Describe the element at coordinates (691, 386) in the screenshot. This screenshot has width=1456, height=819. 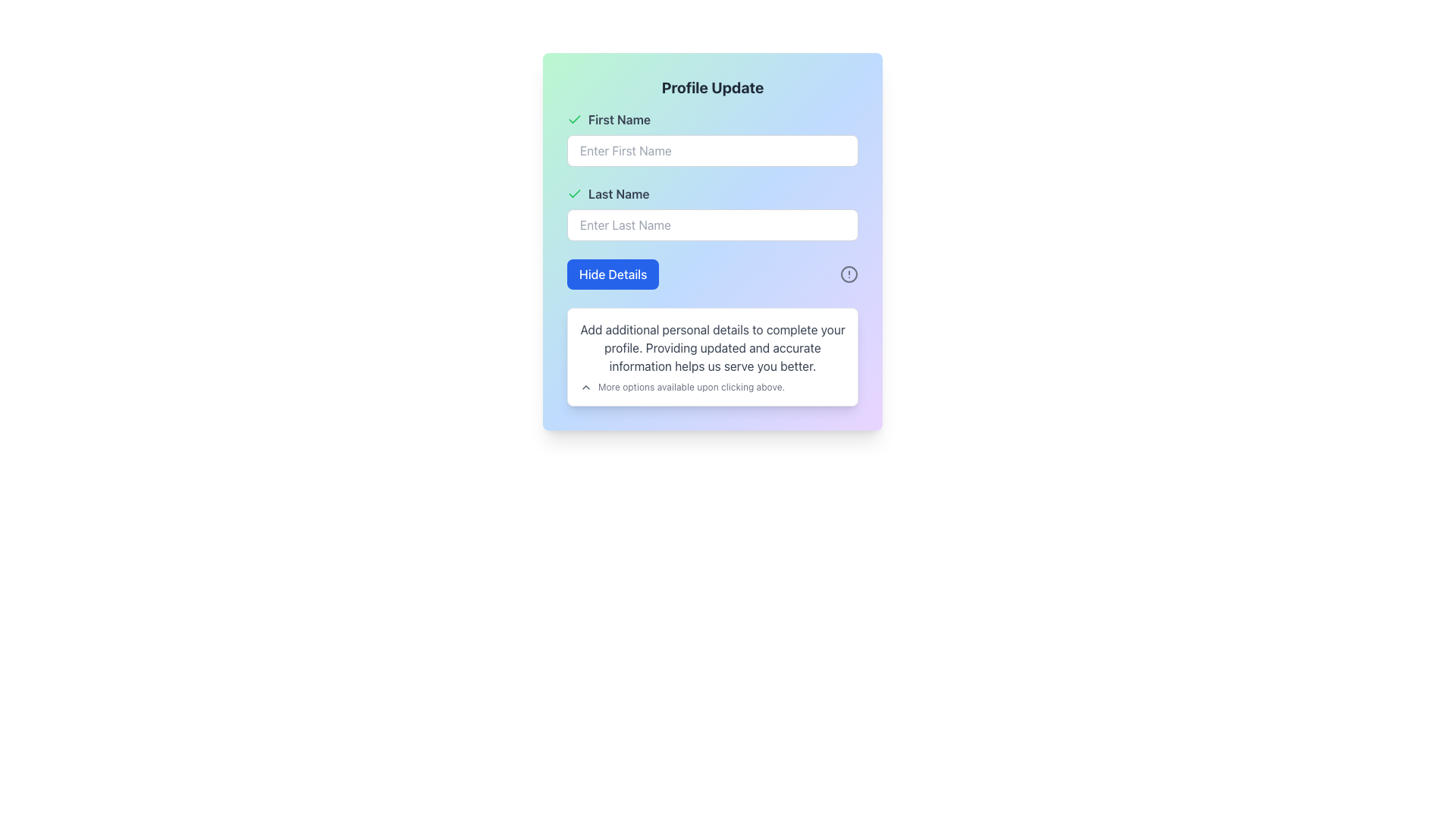
I see `the Text label that provides guidance about accessing further options through the collapsible control above` at that location.